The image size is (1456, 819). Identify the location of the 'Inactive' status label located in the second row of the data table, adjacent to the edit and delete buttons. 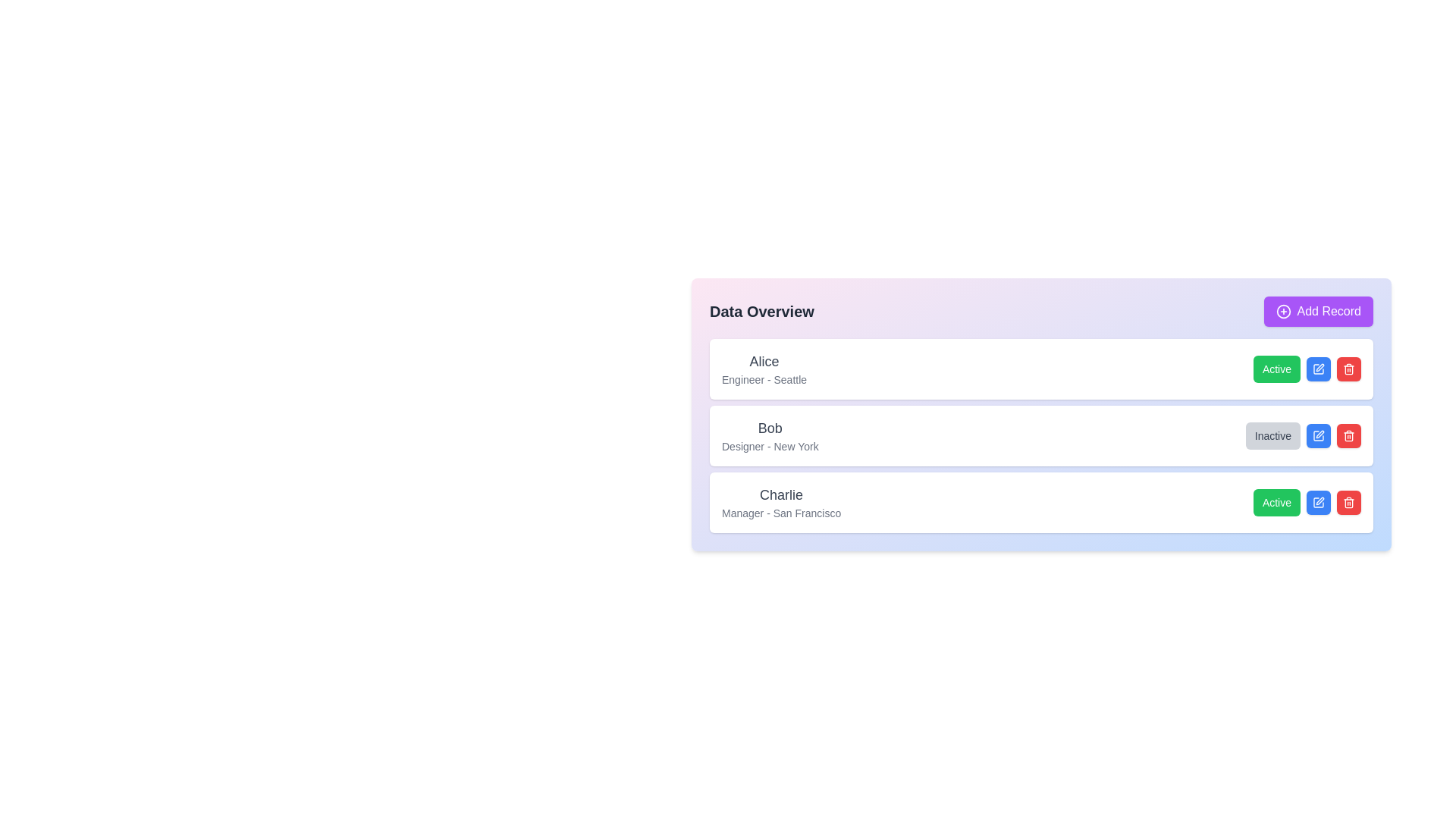
(1272, 435).